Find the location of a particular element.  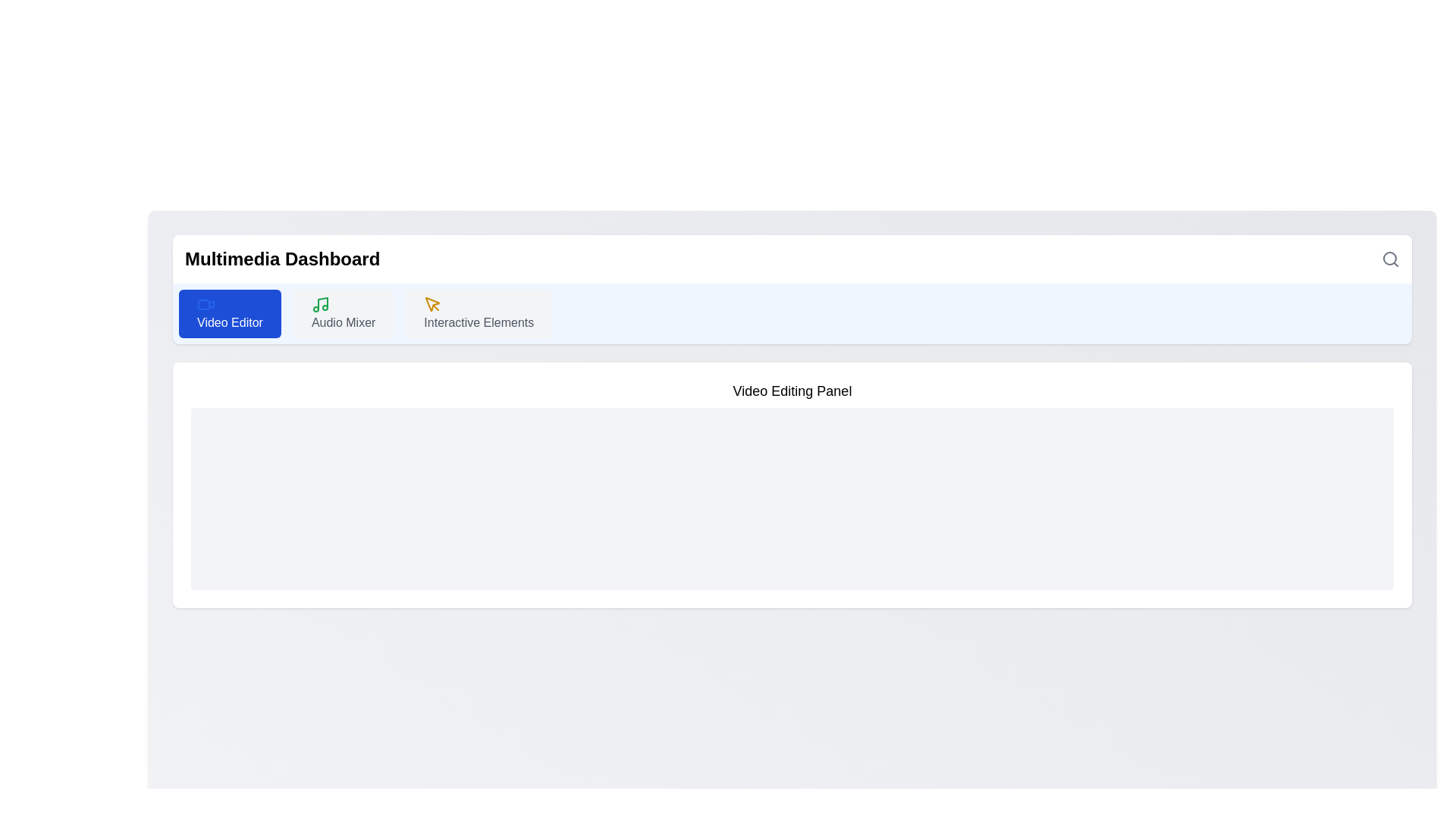

the static text label displaying 'Video Editing Panel', which is prominently located at the top center of its section is located at coordinates (792, 391).